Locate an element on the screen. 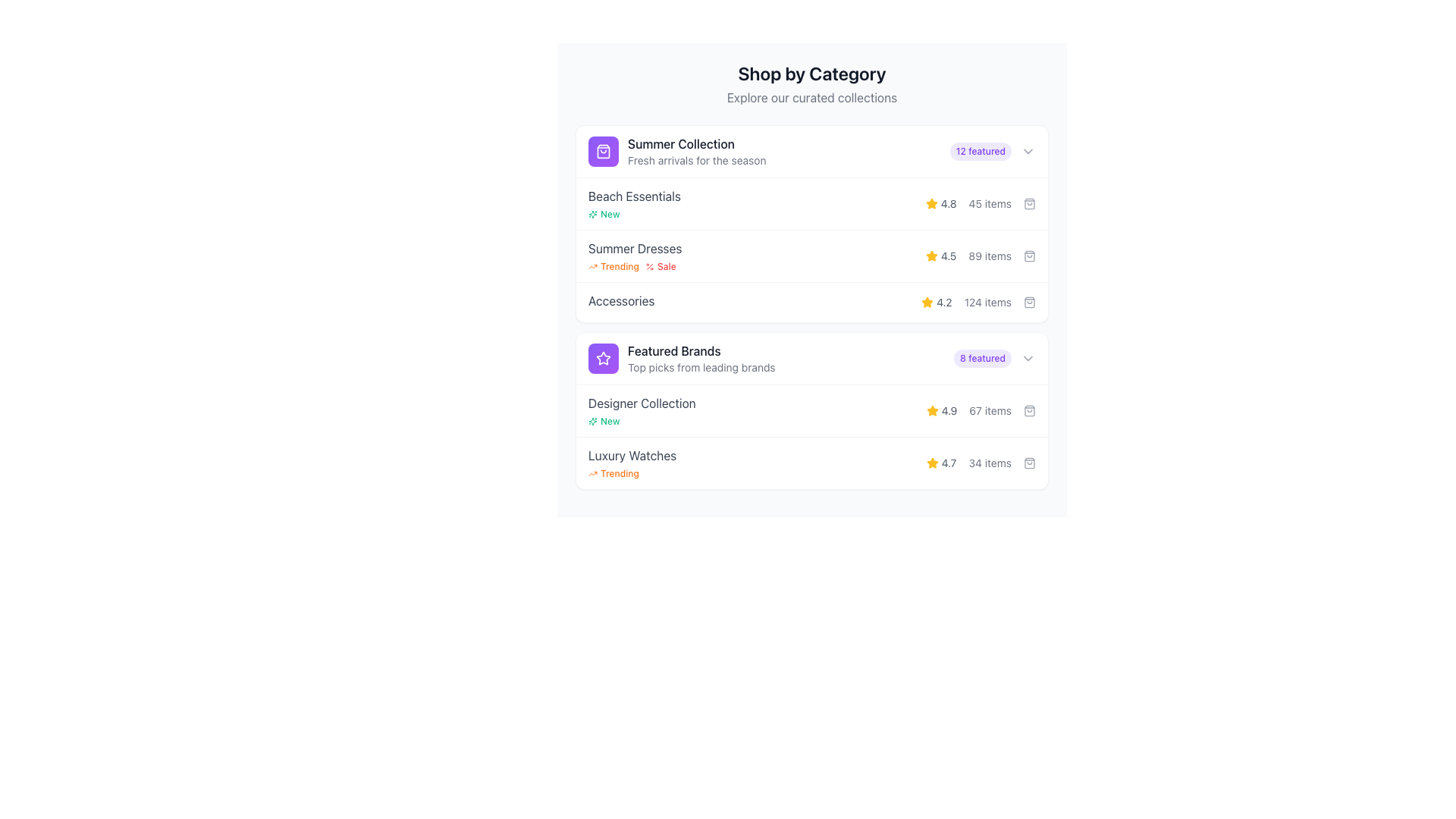 This screenshot has height=819, width=1456. the rating value '4.9' next to the gold star icon in the 'Designer Collection' section is located at coordinates (941, 411).